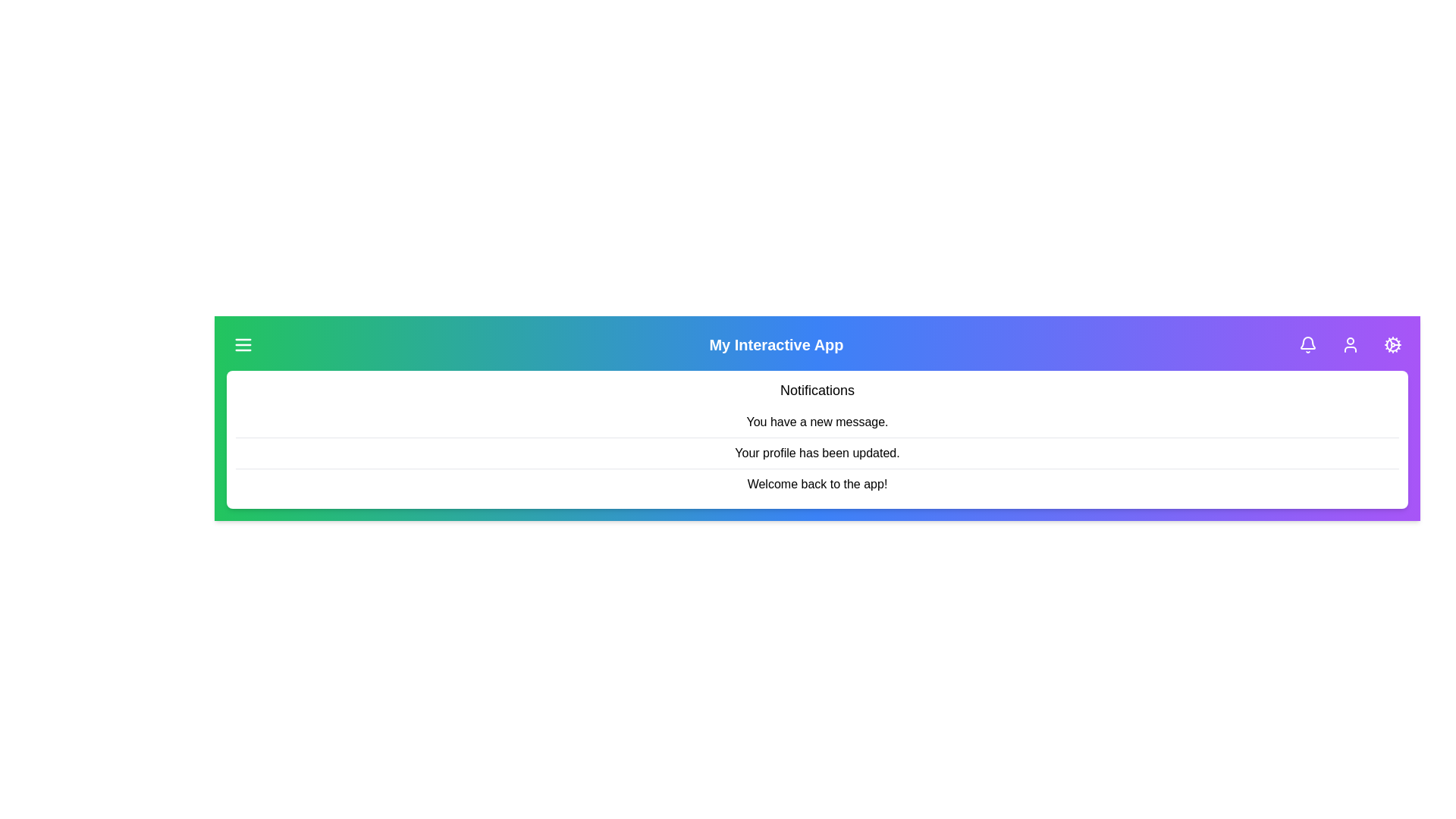  I want to click on the app title 'My Interactive App' to explore potential interactions, so click(776, 345).